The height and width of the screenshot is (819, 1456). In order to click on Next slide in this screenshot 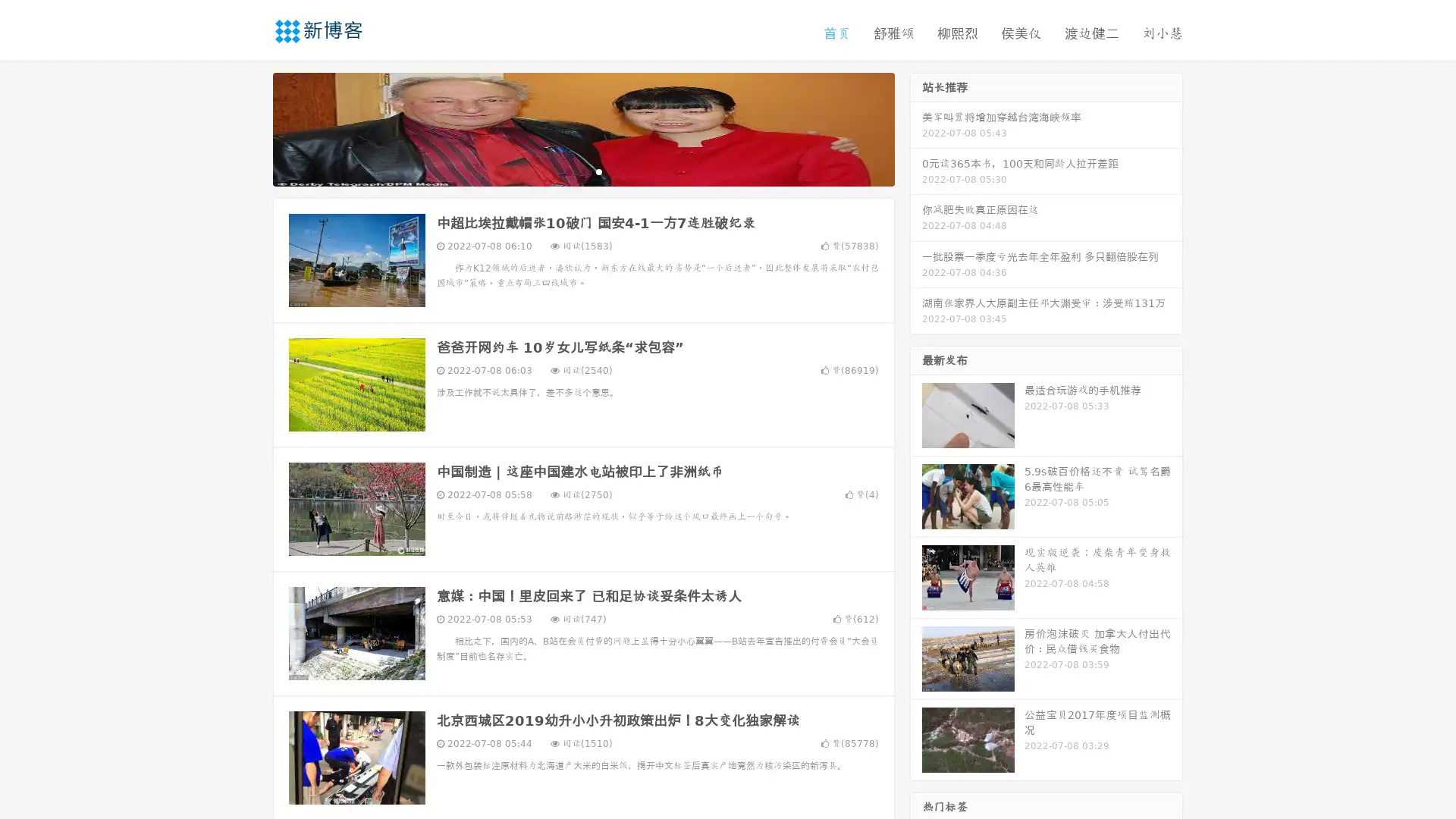, I will do `click(916, 127)`.